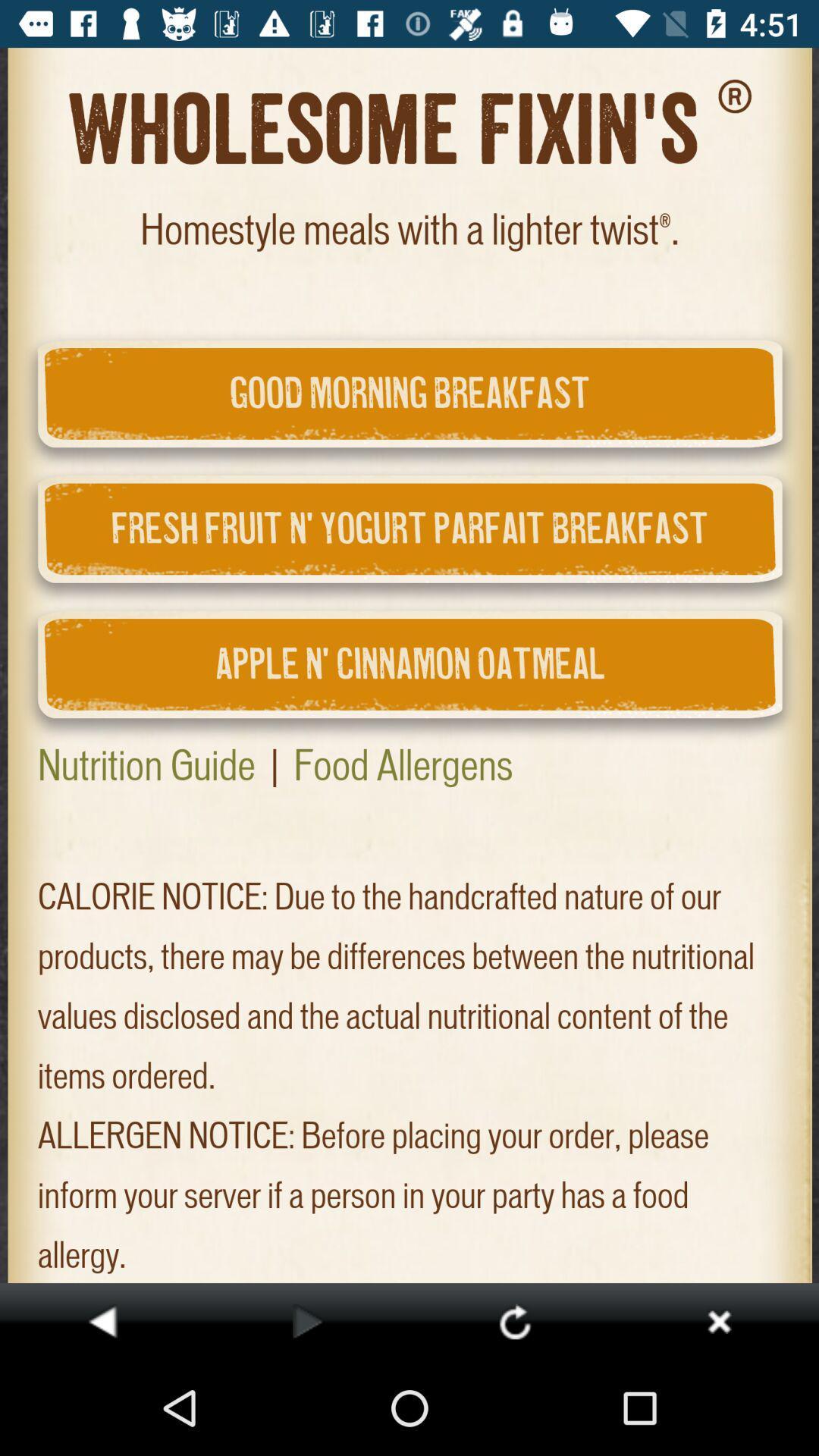 The image size is (819, 1456). I want to click on this screen, so click(718, 1320).